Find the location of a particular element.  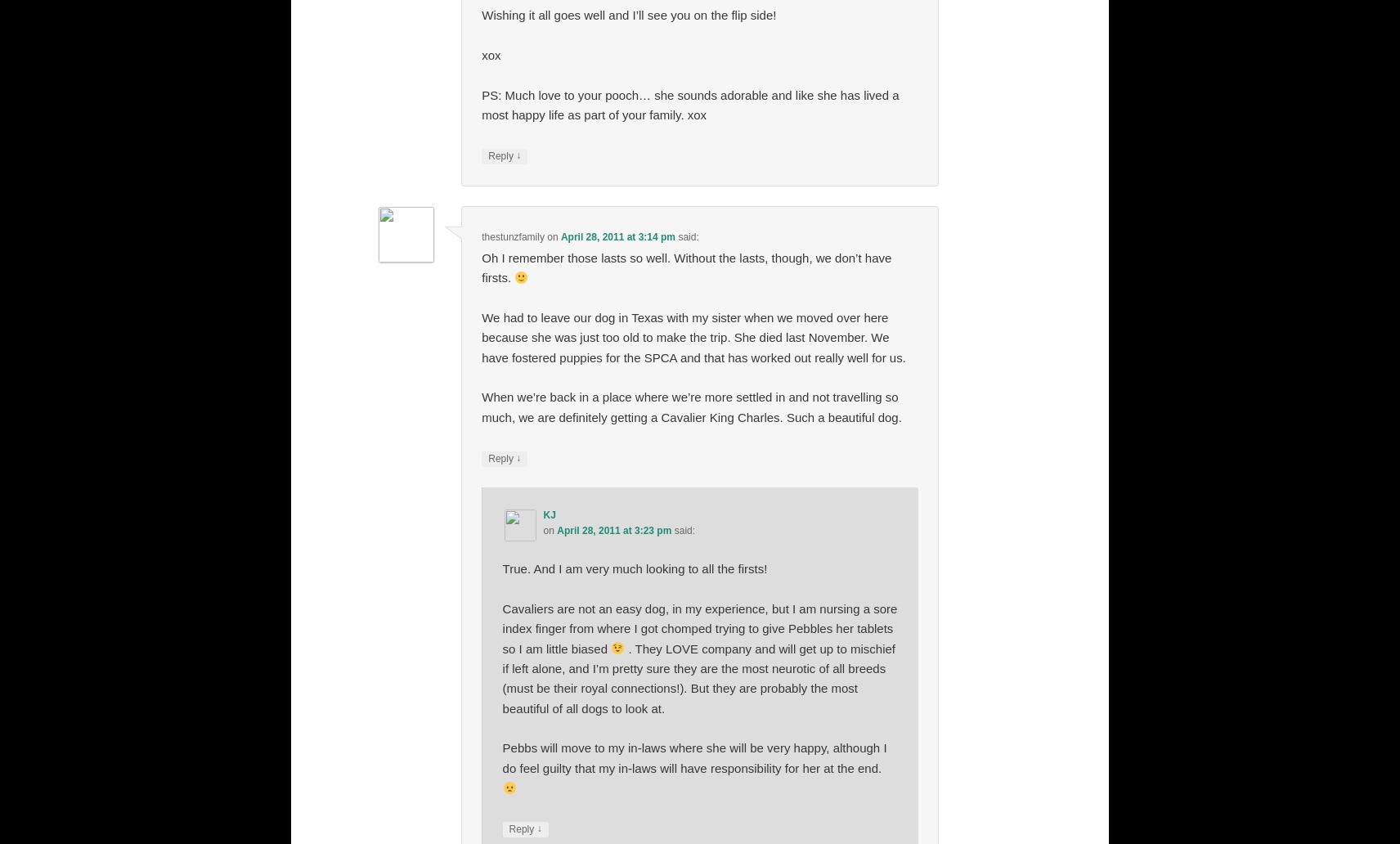

'PS: Much love to your pooch… she sounds adorable and like she has lived a most happy life as part of your family. xox' is located at coordinates (480, 104).